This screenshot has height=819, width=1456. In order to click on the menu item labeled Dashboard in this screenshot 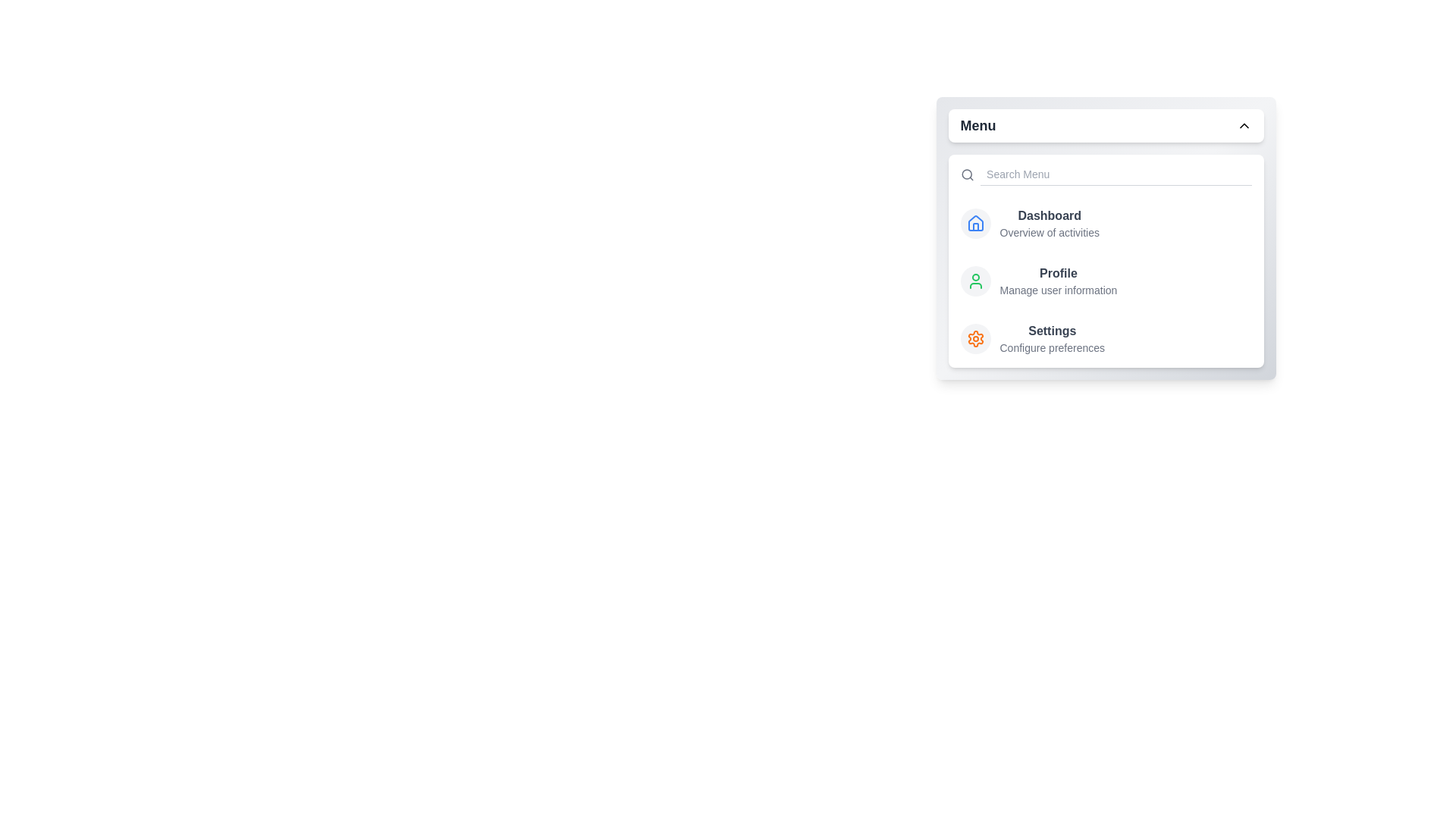, I will do `click(1049, 216)`.